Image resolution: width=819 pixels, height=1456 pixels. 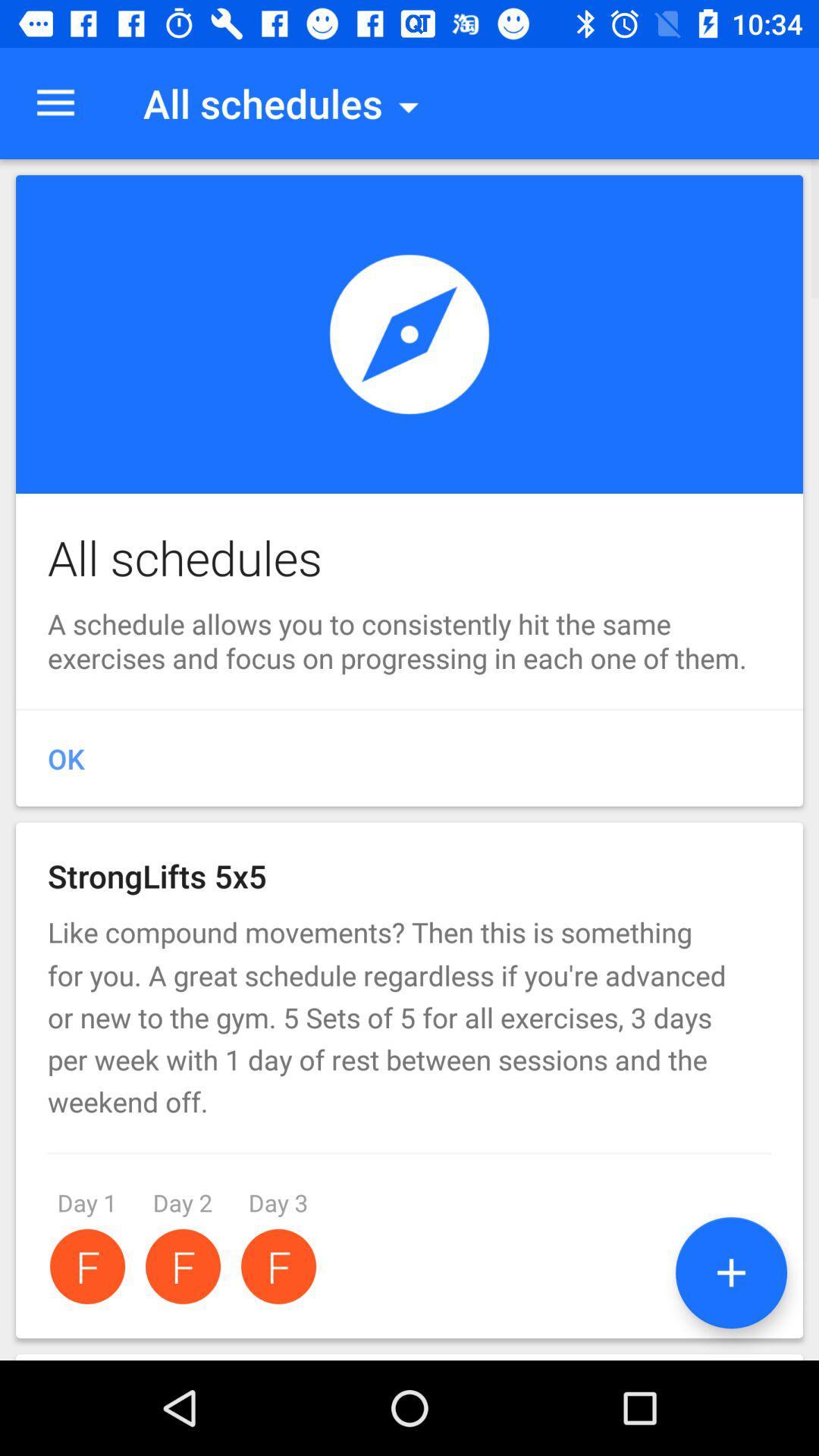 What do you see at coordinates (730, 1272) in the screenshot?
I see `blue button at bottom right` at bounding box center [730, 1272].